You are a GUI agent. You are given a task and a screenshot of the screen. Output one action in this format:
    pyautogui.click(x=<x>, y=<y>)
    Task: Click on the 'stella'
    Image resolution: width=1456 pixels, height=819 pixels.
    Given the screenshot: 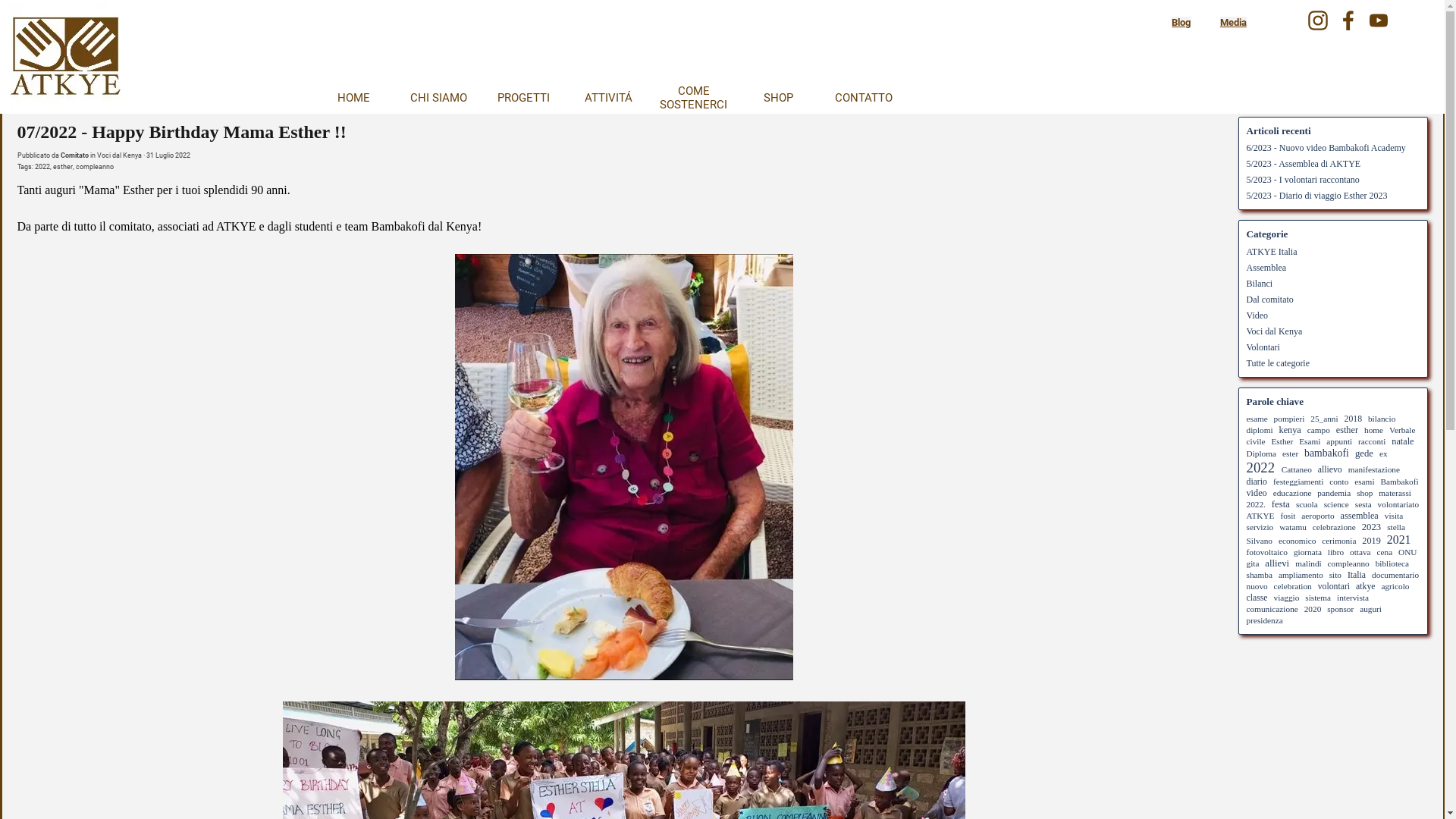 What is the action you would take?
    pyautogui.click(x=1395, y=526)
    